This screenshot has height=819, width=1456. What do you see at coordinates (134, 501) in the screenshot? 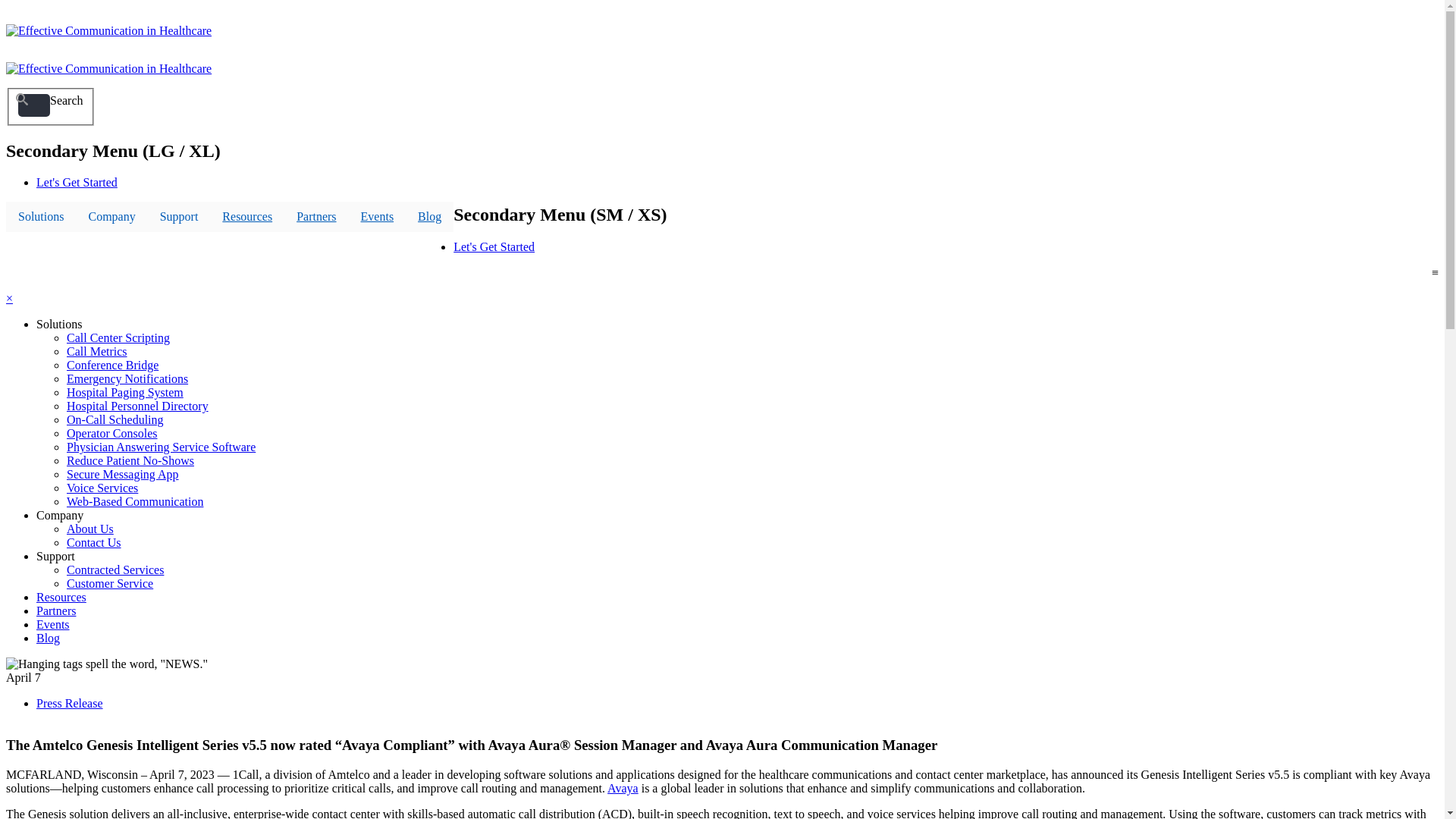
I see `'Web-Based Communication'` at bounding box center [134, 501].